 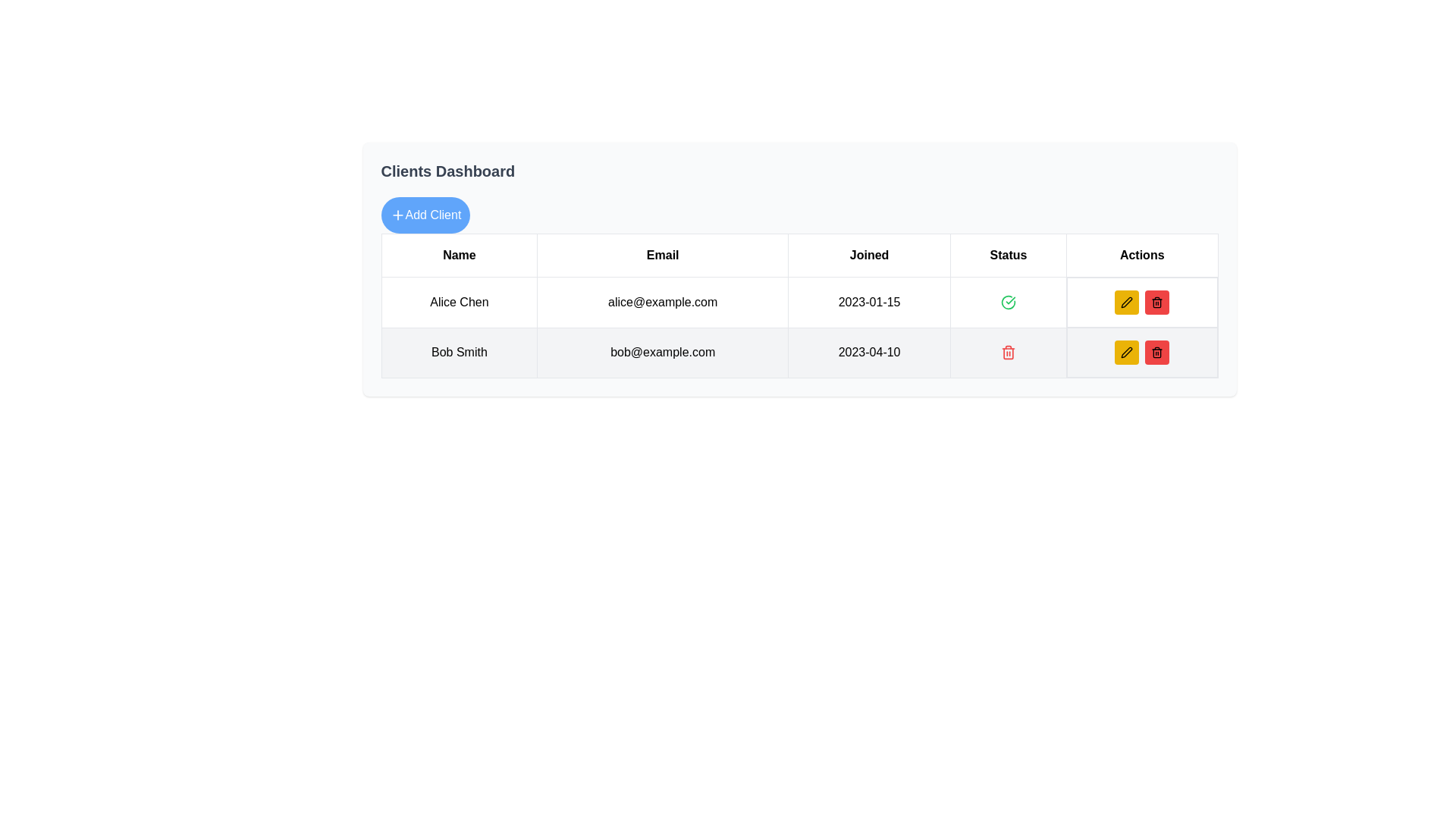 What do you see at coordinates (1008, 353) in the screenshot?
I see `the trash icon button in the 'Actions' column of the table for 'Bob Smith'` at bounding box center [1008, 353].